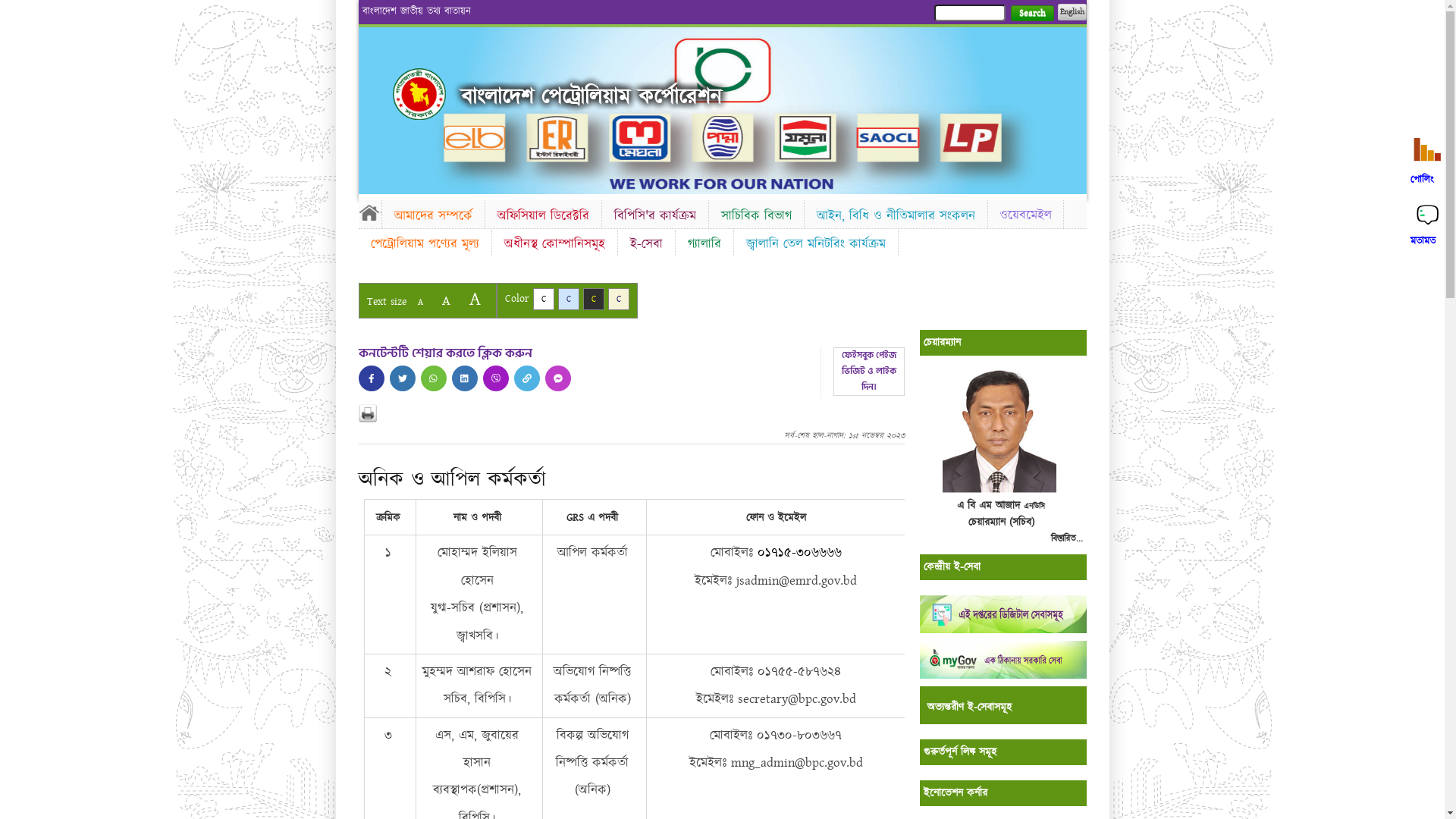  I want to click on 'C', so click(619, 299).